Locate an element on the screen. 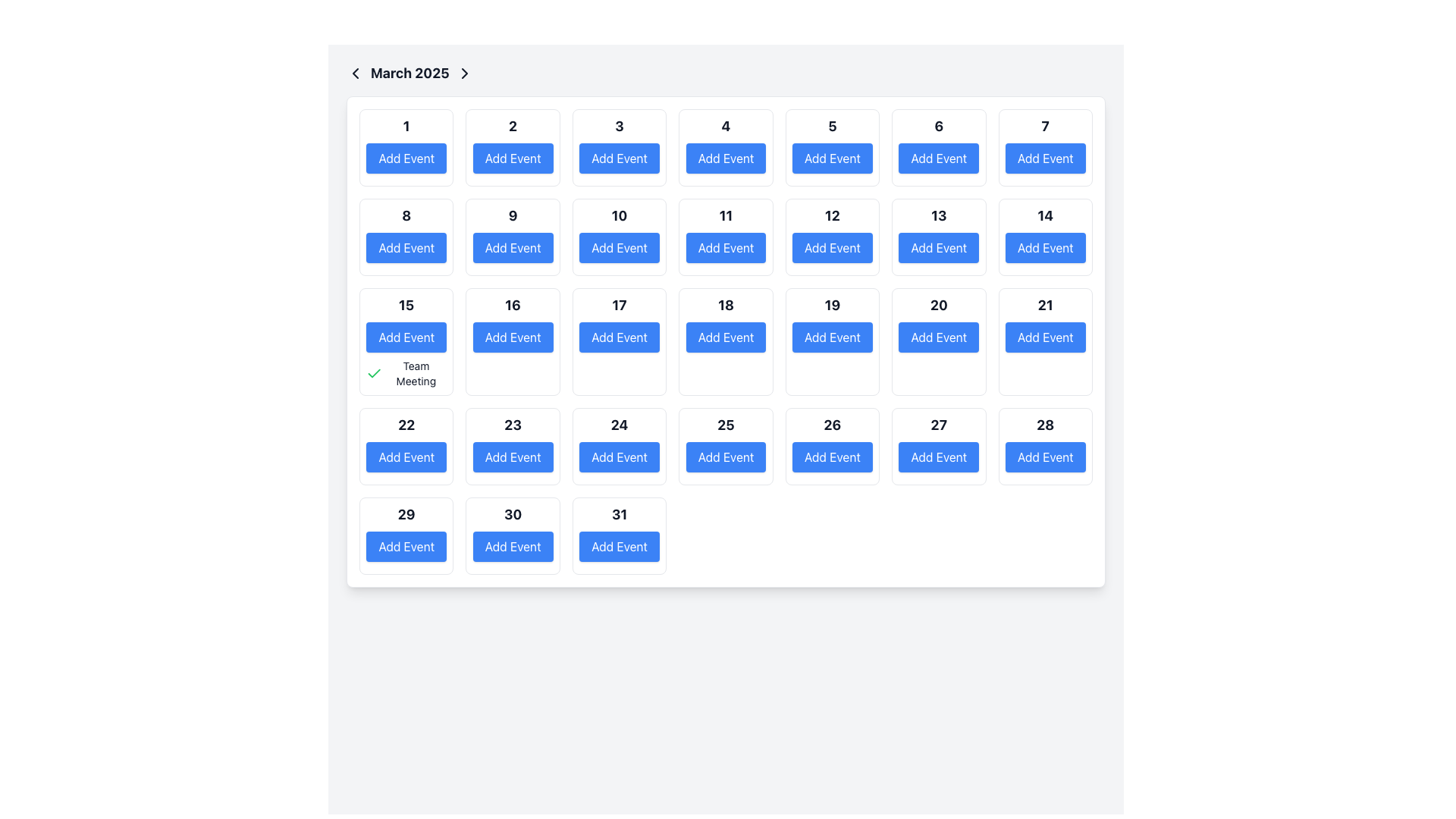  the static text label representing the date '3' in the calendar interface, located under March 2025 in the first row, third column of the grid layout is located at coordinates (619, 125).